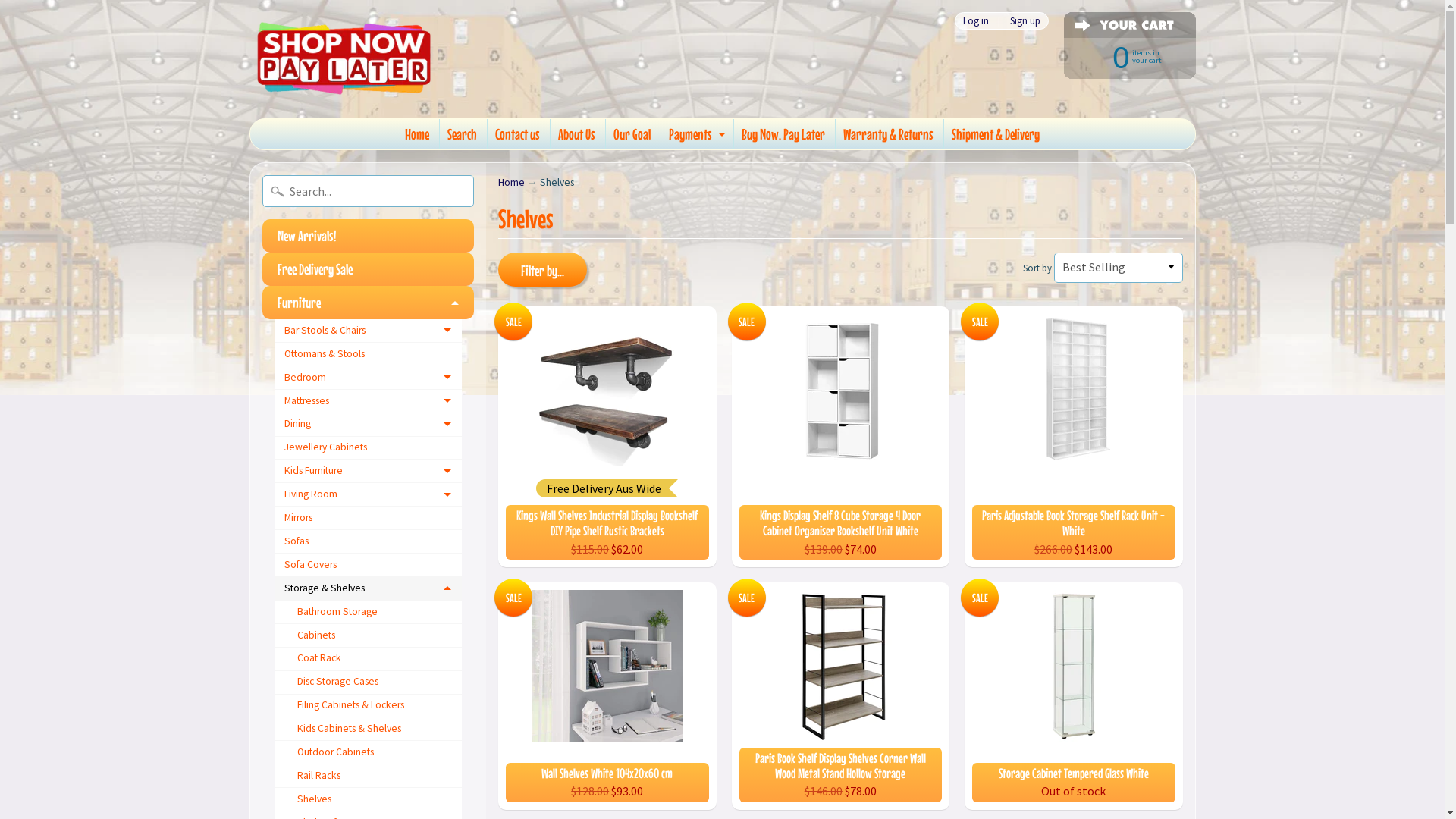 The height and width of the screenshot is (819, 1456). What do you see at coordinates (368, 236) in the screenshot?
I see `'New Arrivals!'` at bounding box center [368, 236].